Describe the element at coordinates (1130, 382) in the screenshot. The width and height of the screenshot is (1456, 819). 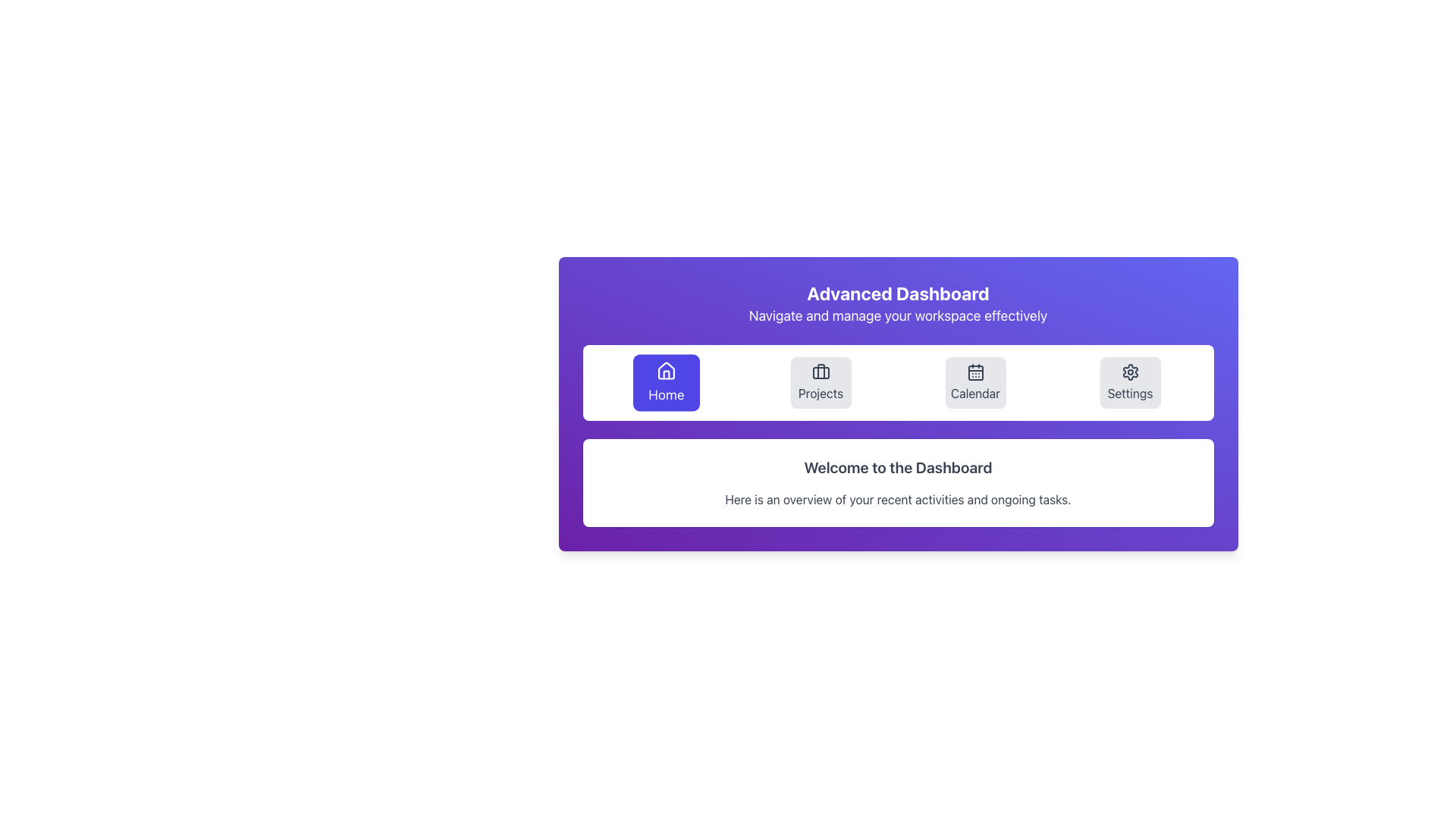
I see `the 'Settings' button located in the navigation bar at the bottom of the interface` at that location.